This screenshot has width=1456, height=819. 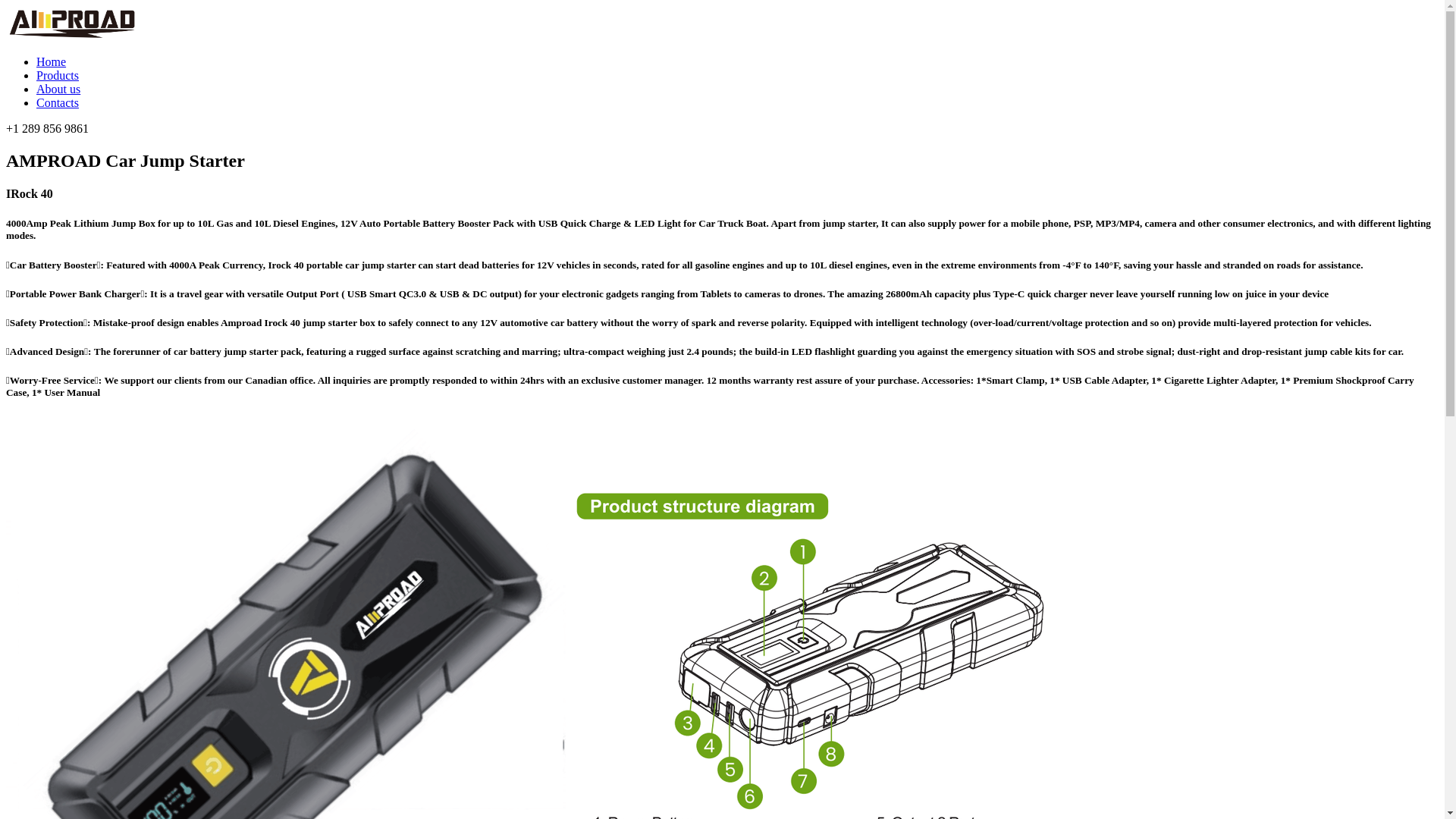 What do you see at coordinates (58, 102) in the screenshot?
I see `'Contacts'` at bounding box center [58, 102].